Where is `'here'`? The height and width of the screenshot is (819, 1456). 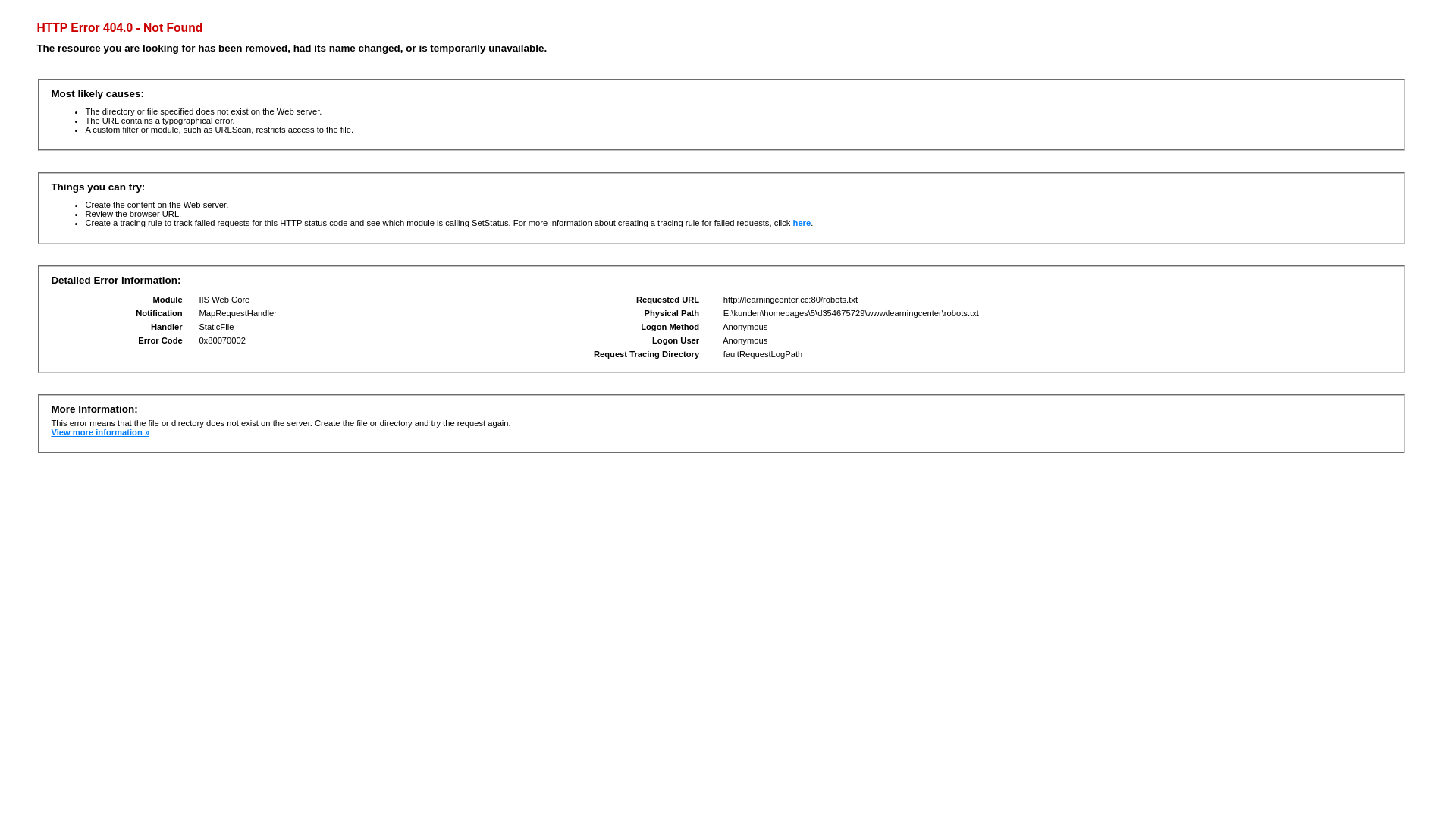 'here' is located at coordinates (801, 222).